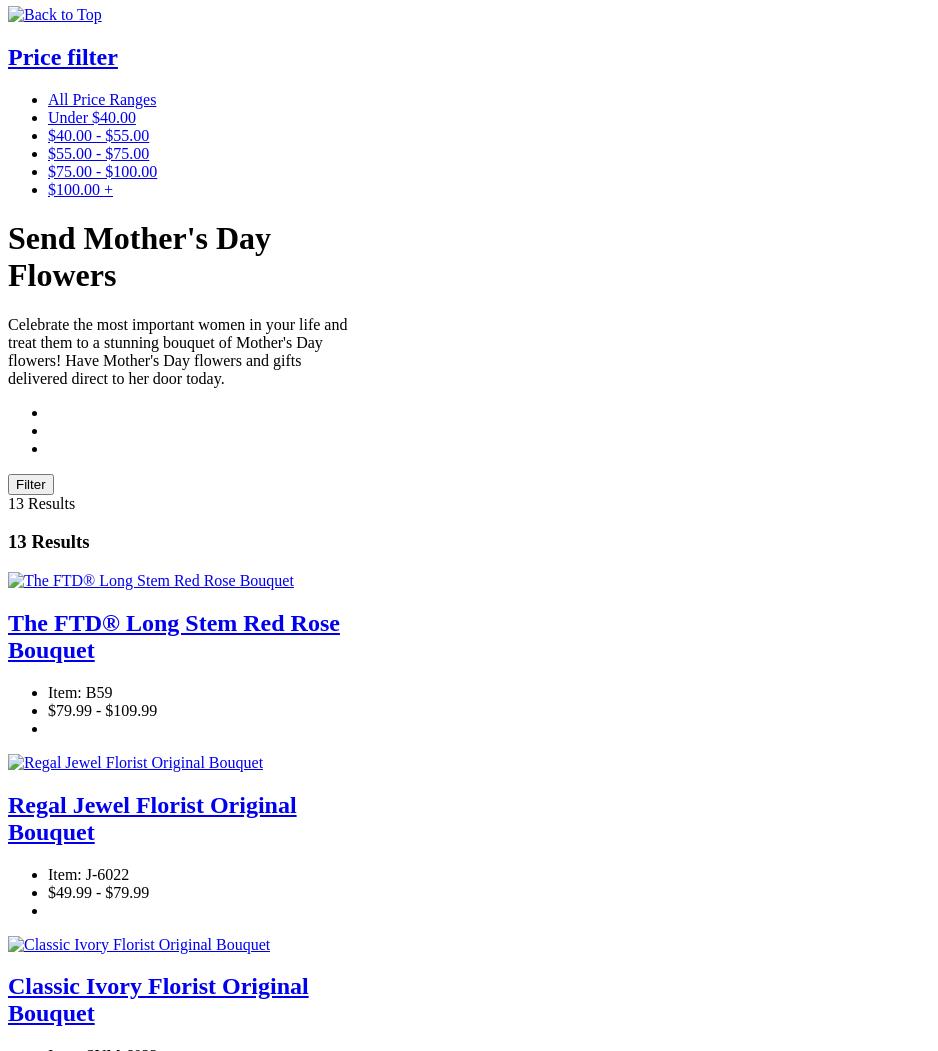 Image resolution: width=938 pixels, height=1051 pixels. I want to click on 'Price filter', so click(61, 55).